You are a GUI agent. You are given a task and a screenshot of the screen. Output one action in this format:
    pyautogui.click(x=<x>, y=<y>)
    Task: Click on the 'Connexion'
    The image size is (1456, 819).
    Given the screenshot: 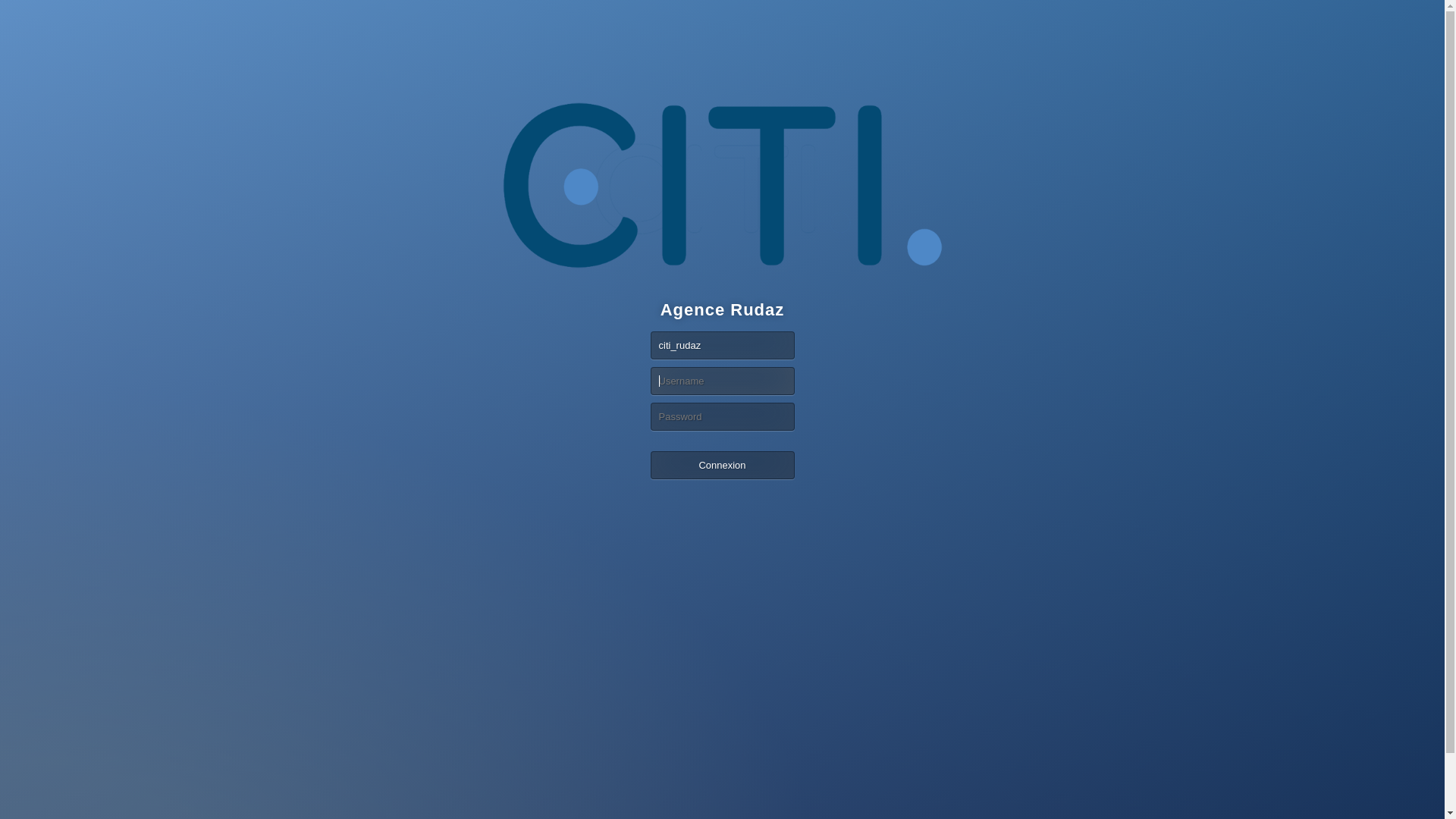 What is the action you would take?
    pyautogui.click(x=722, y=464)
    